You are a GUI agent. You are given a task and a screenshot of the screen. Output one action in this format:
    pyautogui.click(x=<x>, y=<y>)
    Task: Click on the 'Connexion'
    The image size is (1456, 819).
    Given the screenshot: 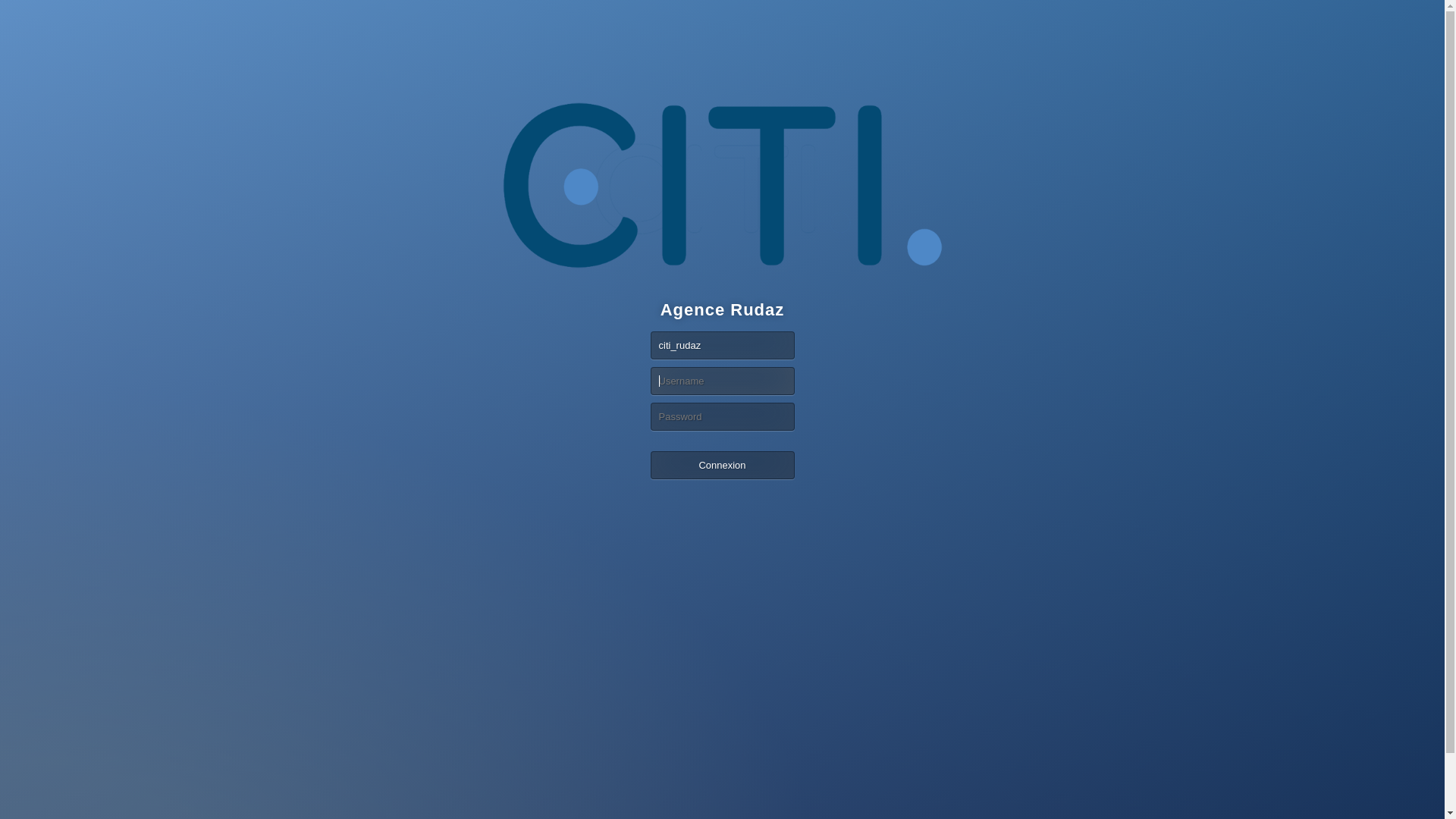 What is the action you would take?
    pyautogui.click(x=722, y=464)
    